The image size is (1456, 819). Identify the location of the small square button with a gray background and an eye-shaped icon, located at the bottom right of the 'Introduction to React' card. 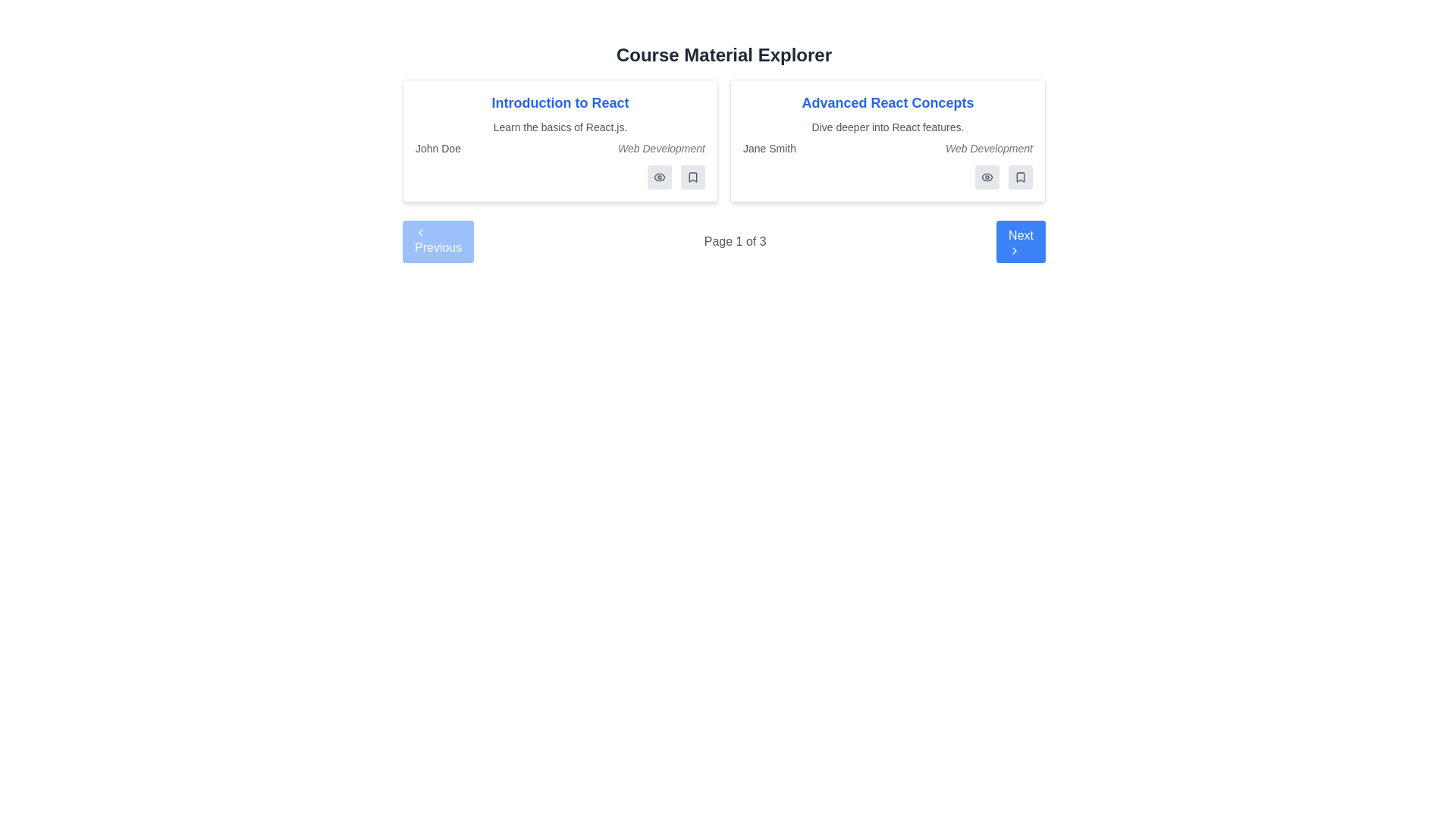
(659, 177).